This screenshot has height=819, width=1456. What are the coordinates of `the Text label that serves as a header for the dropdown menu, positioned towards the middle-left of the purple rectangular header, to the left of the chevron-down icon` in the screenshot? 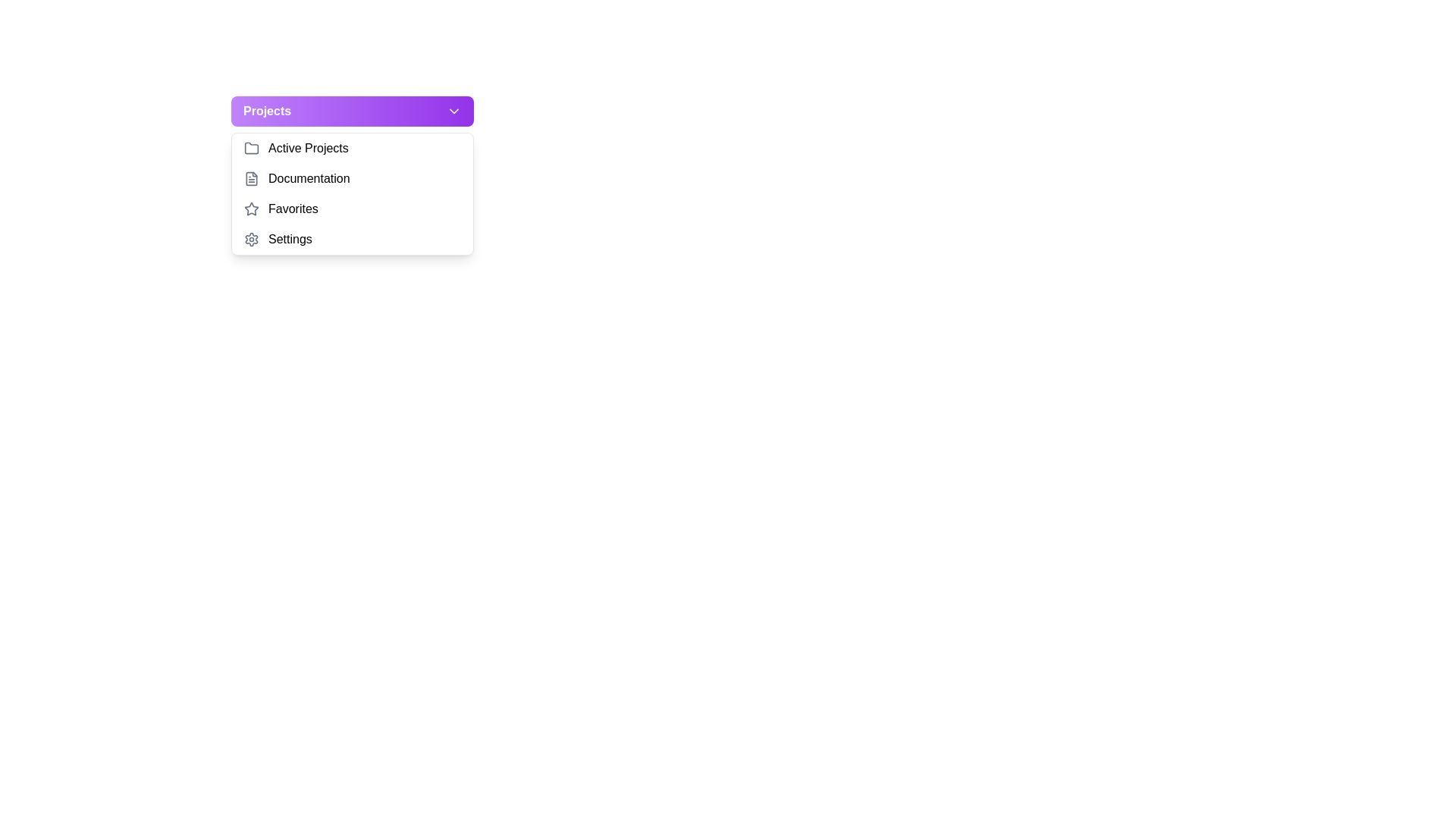 It's located at (267, 110).